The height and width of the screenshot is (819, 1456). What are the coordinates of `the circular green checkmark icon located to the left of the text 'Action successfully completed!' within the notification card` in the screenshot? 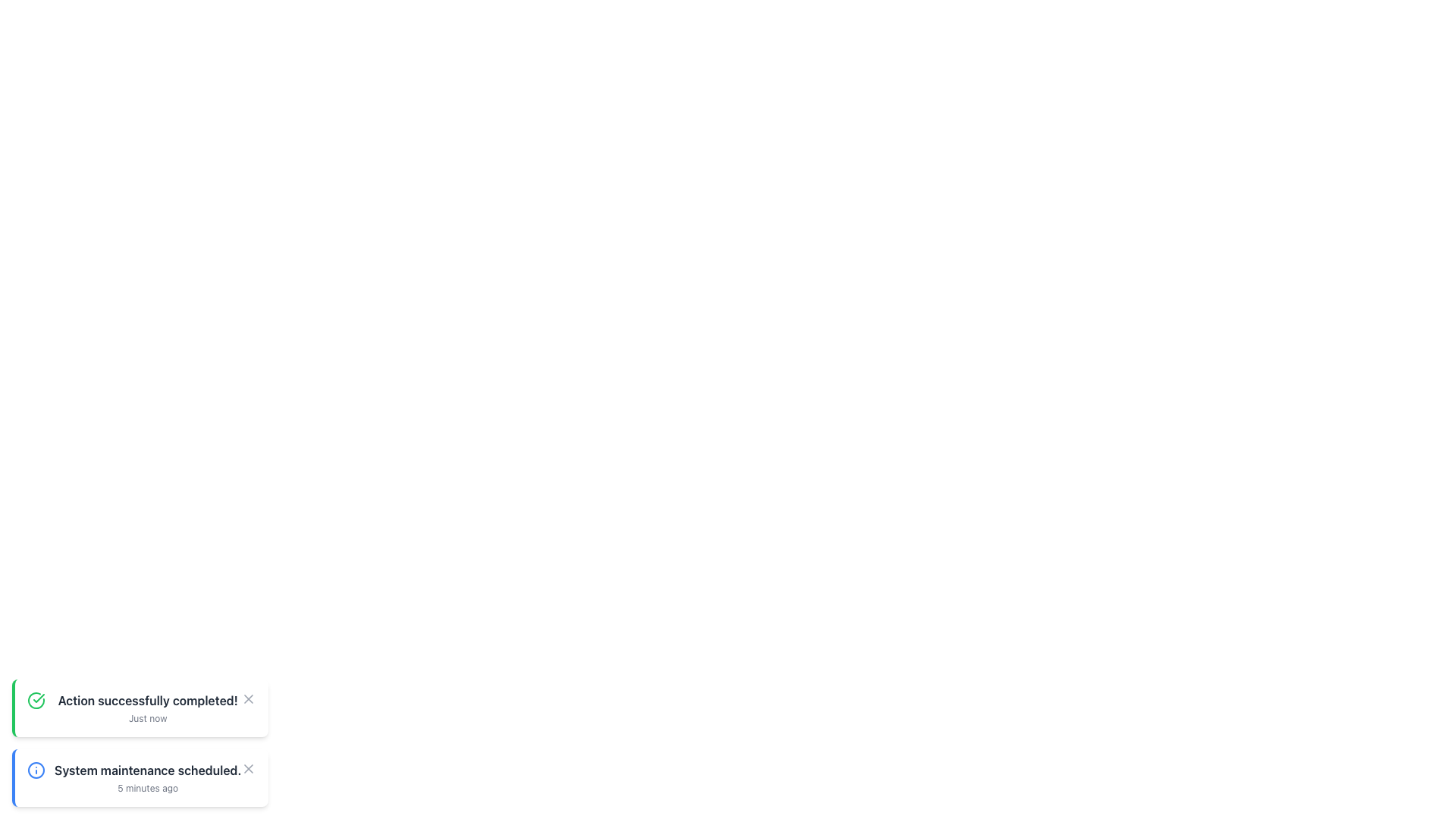 It's located at (36, 701).